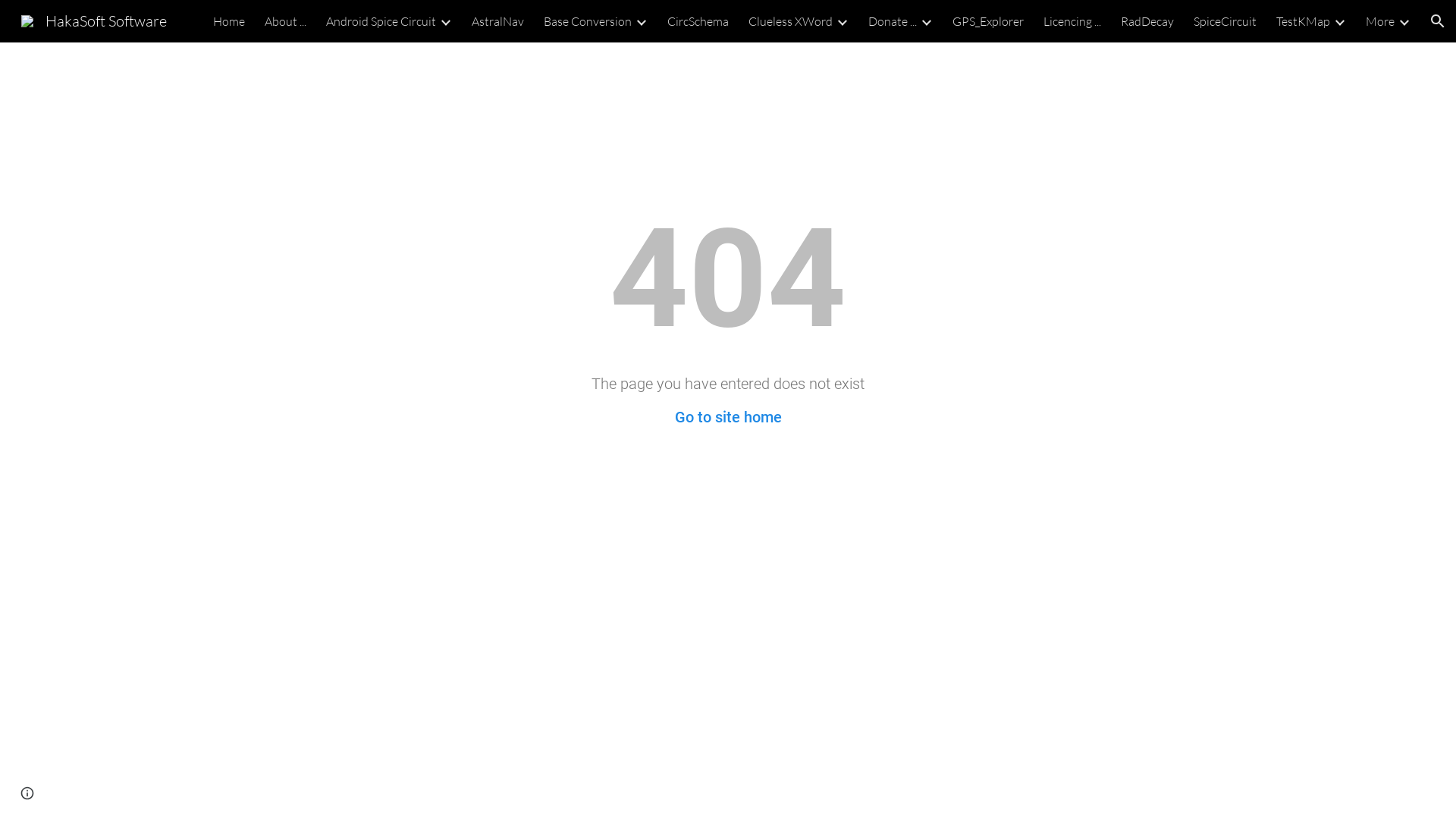 This screenshot has height=819, width=1456. What do you see at coordinates (1072, 20) in the screenshot?
I see `'Licencing ...'` at bounding box center [1072, 20].